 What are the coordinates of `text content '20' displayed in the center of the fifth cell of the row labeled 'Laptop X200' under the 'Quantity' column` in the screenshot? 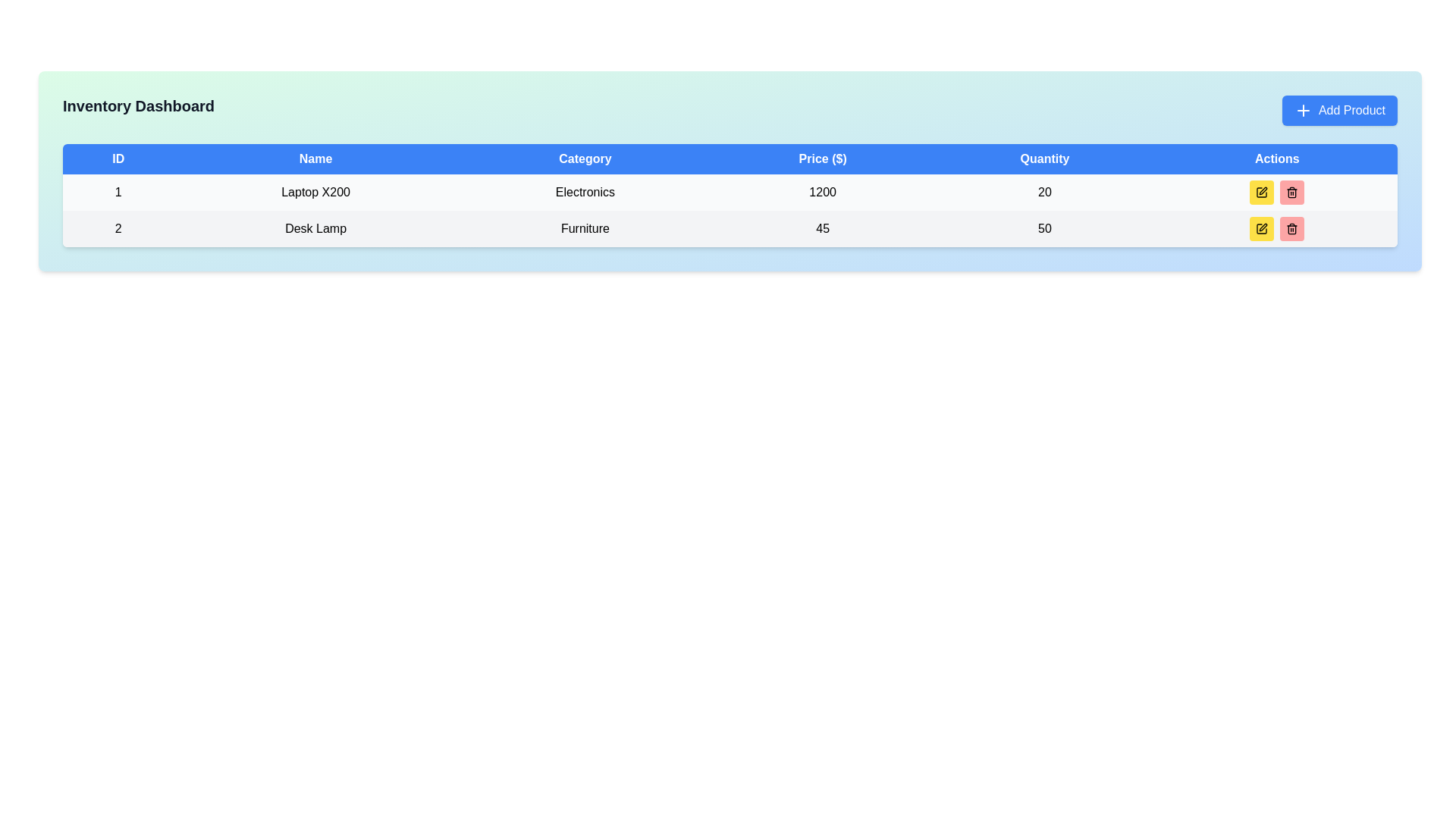 It's located at (1043, 192).